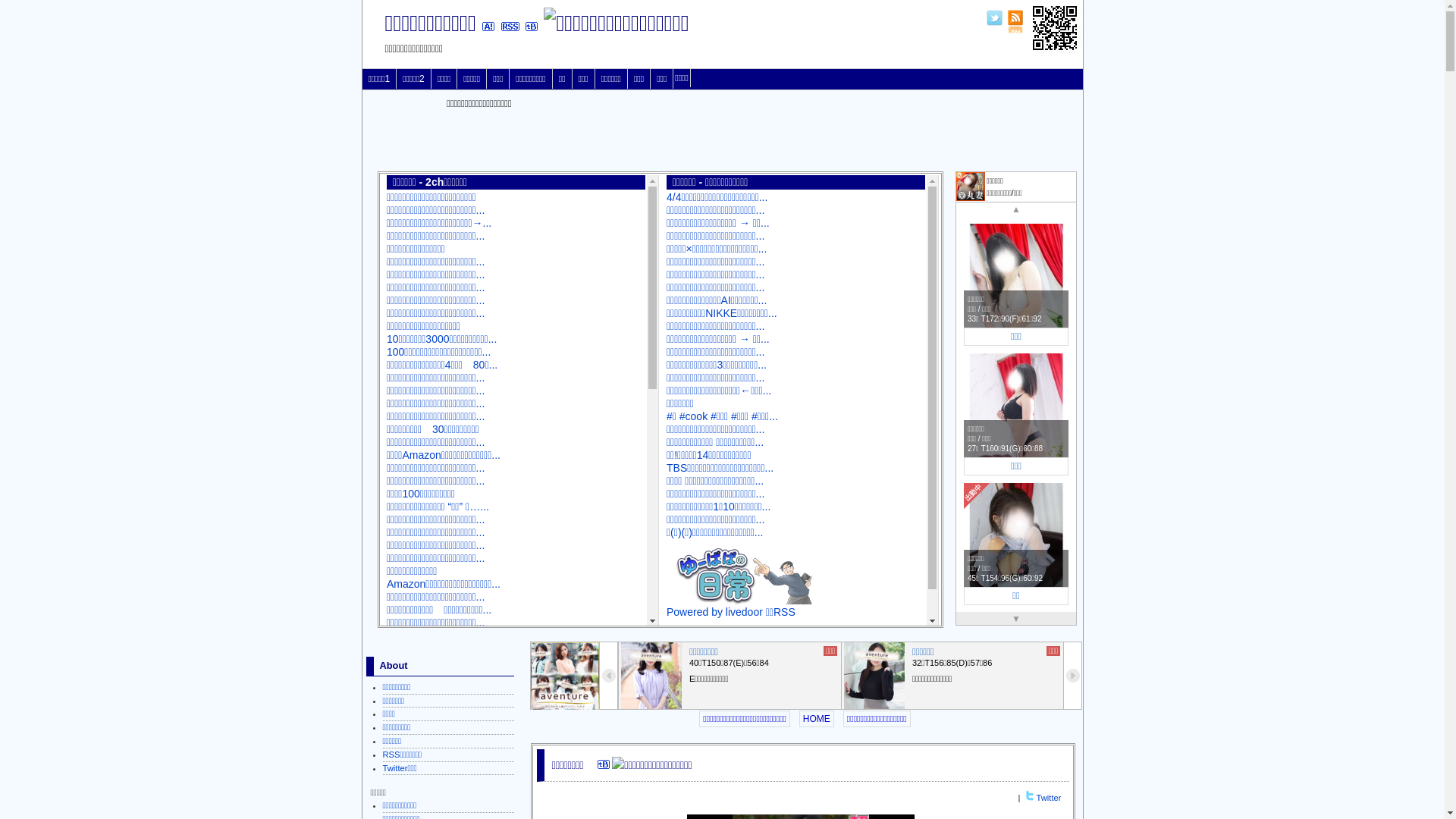 The width and height of the screenshot is (1456, 819). Describe the element at coordinates (1036, 797) in the screenshot. I see `'Twitter'` at that location.